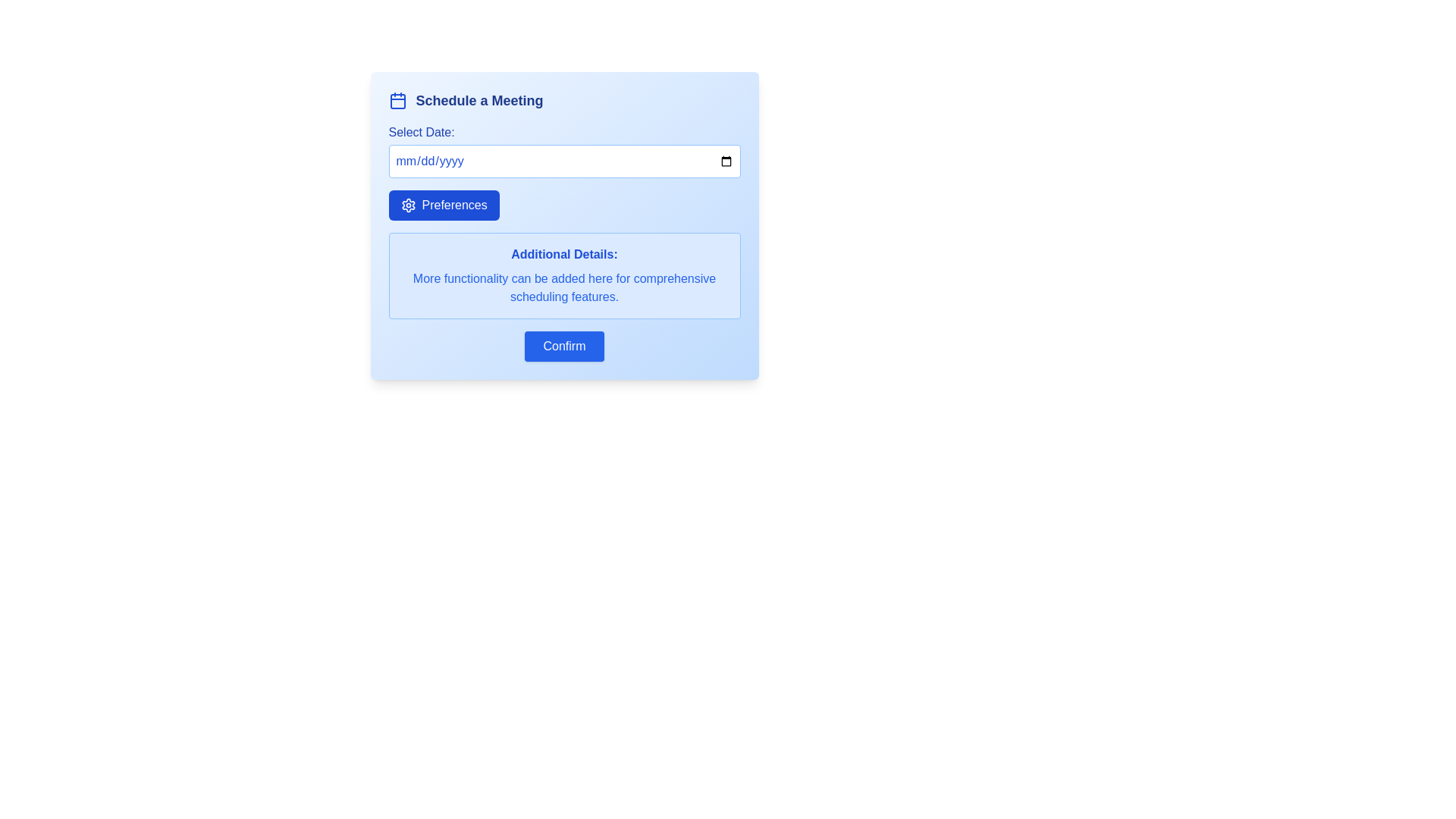 The image size is (1456, 819). Describe the element at coordinates (563, 346) in the screenshot. I see `the blue rectangular 'Confirm' button with rounded corners` at that location.